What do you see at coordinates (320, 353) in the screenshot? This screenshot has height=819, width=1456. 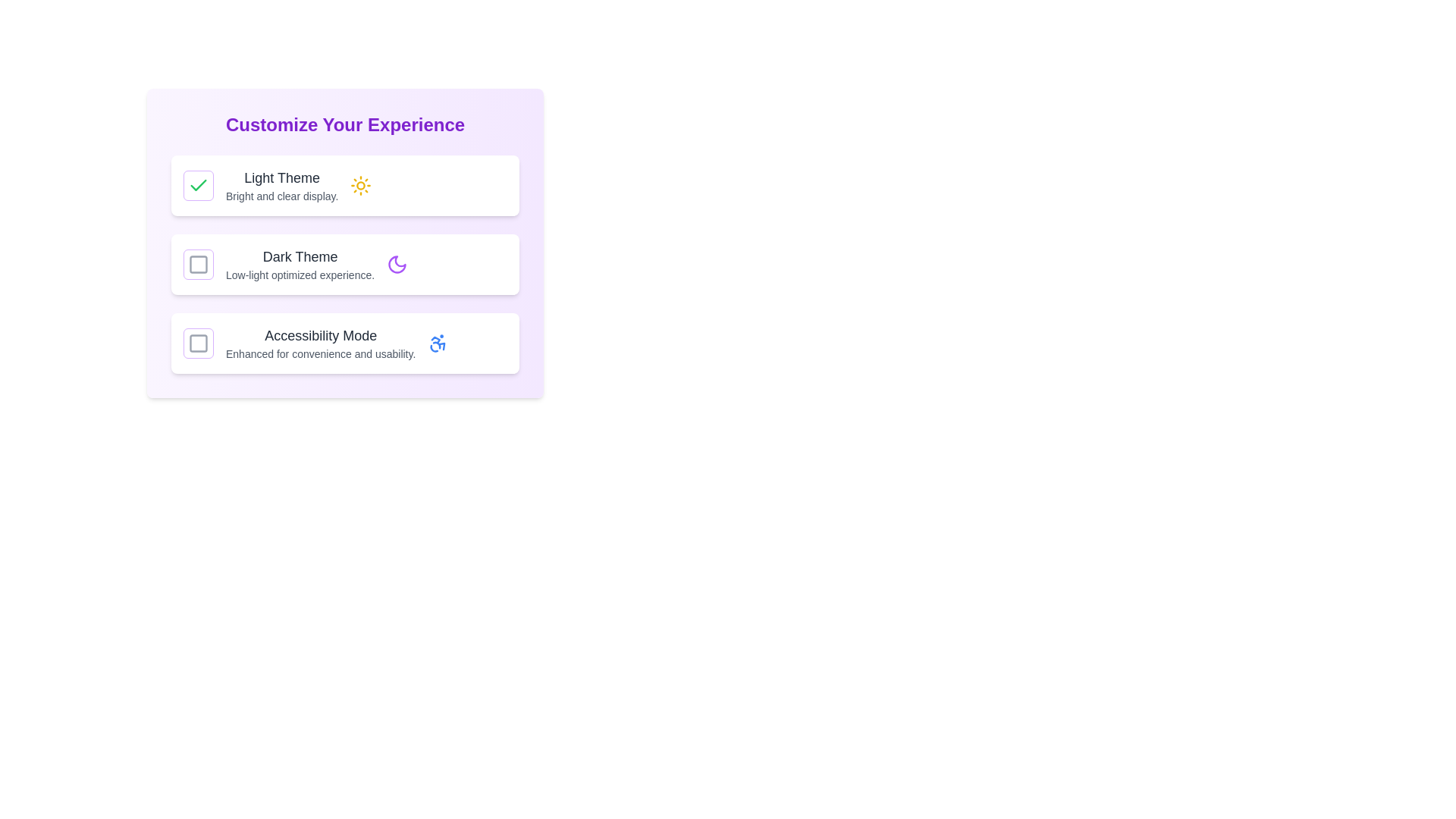 I see `the text label providing a description for the 'Accessibility Mode' option, which is located directly below the 'Accessibility Mode' header within the third card component` at bounding box center [320, 353].